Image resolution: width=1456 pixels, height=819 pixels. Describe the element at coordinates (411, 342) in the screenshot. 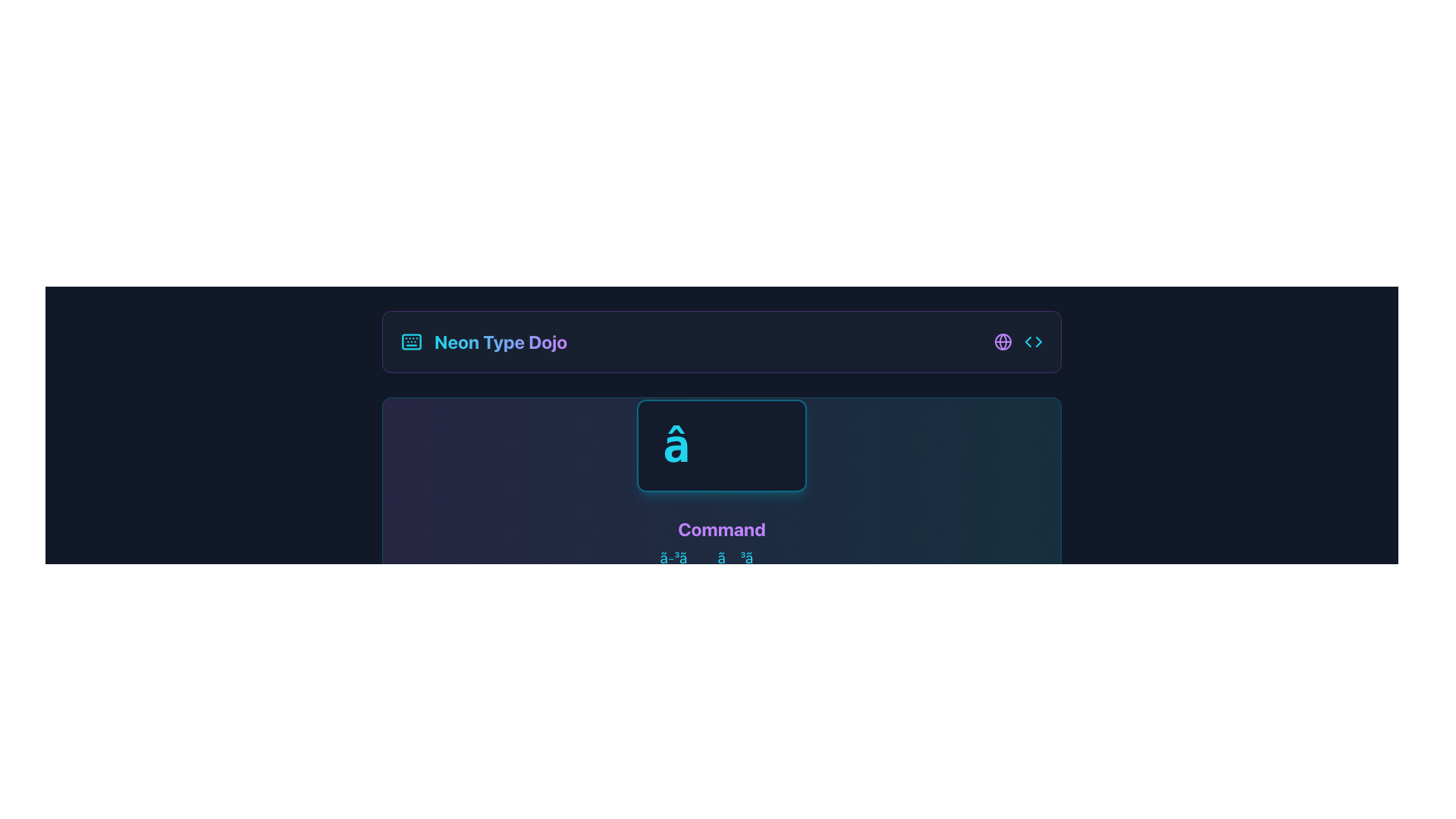

I see `the keyboard icon located at the top left corner of the menu bar, positioned to the left of the text 'Neon Type Dojo'` at that location.